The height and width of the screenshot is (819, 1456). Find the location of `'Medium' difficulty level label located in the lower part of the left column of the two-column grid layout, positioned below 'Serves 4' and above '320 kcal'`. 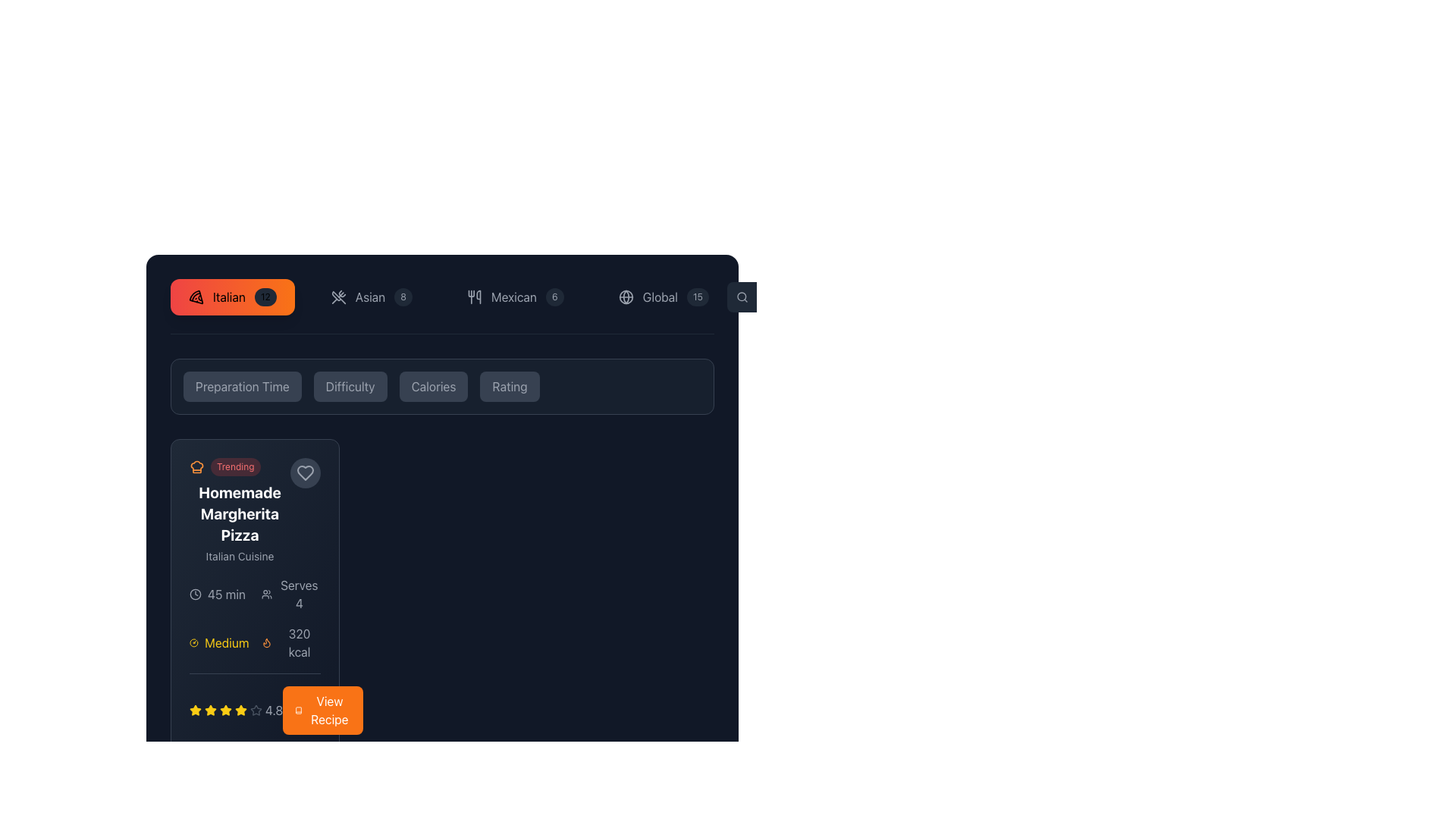

'Medium' difficulty level label located in the lower part of the left column of the two-column grid layout, positioned below 'Serves 4' and above '320 kcal' is located at coordinates (218, 643).